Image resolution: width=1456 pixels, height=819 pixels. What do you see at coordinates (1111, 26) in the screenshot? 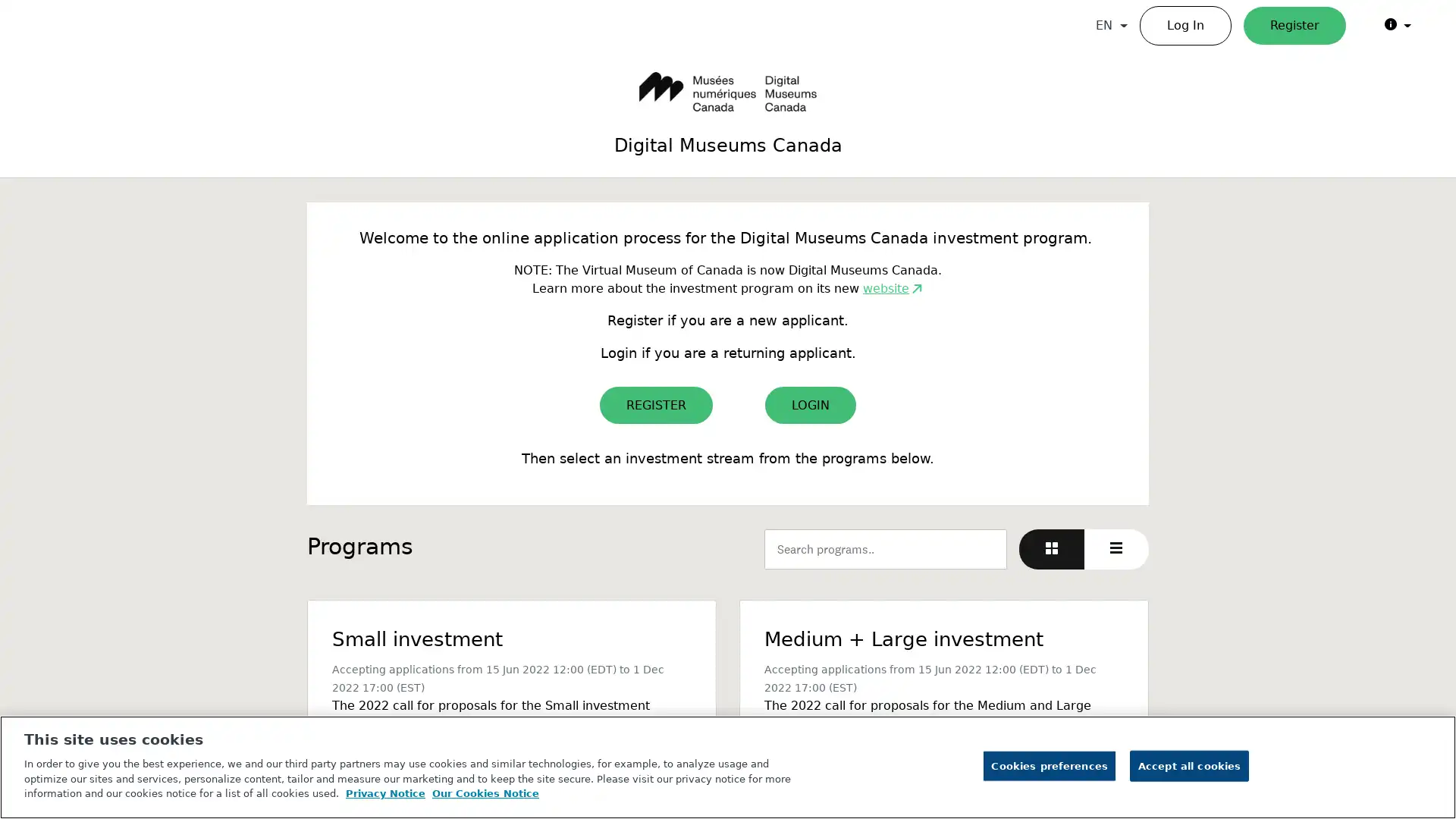
I see `EN` at bounding box center [1111, 26].